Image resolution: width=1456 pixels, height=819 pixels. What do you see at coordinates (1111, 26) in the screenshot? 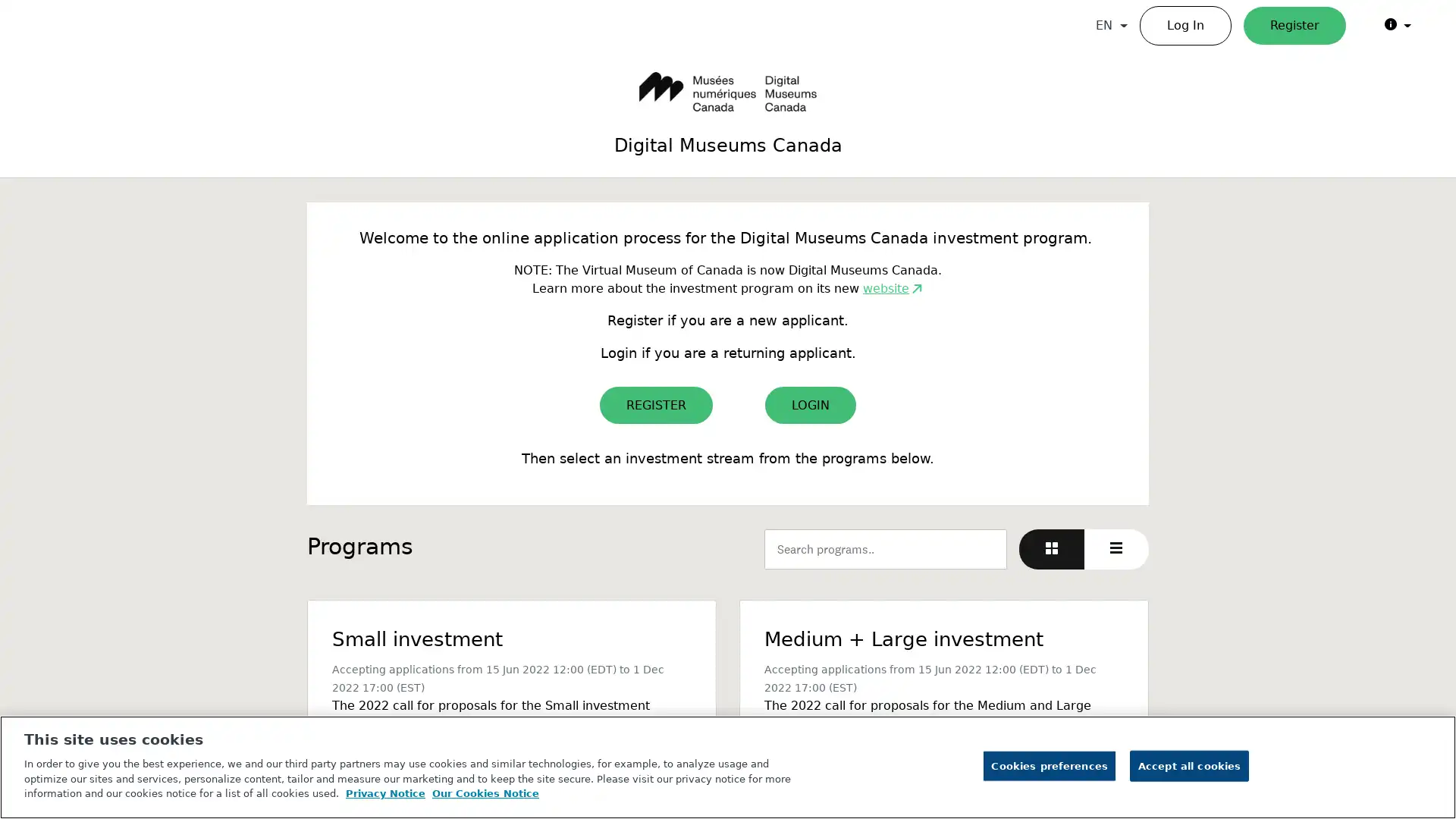
I see `EN` at bounding box center [1111, 26].